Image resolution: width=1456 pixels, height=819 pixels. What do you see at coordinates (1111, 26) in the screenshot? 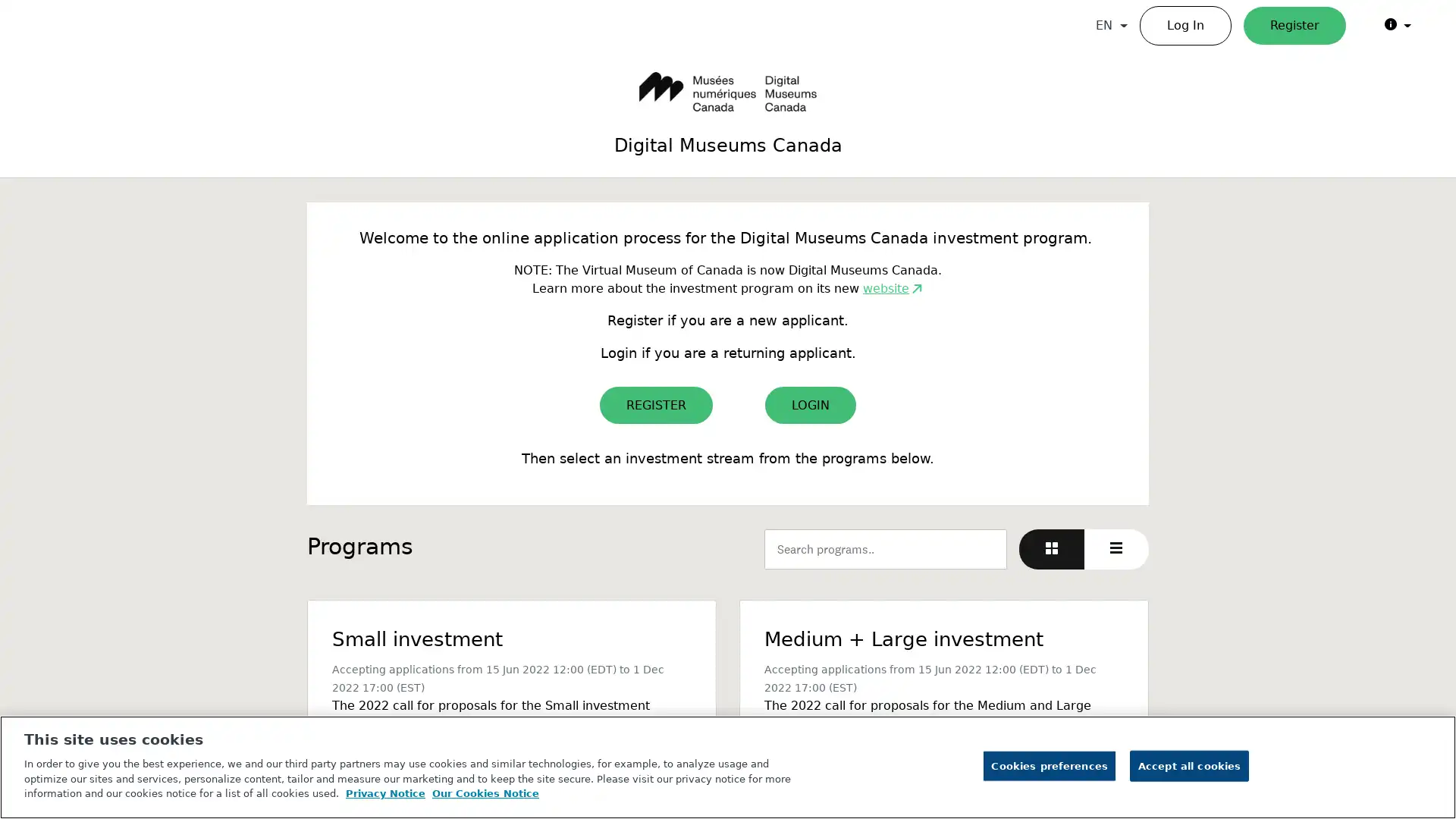
I see `EN` at bounding box center [1111, 26].